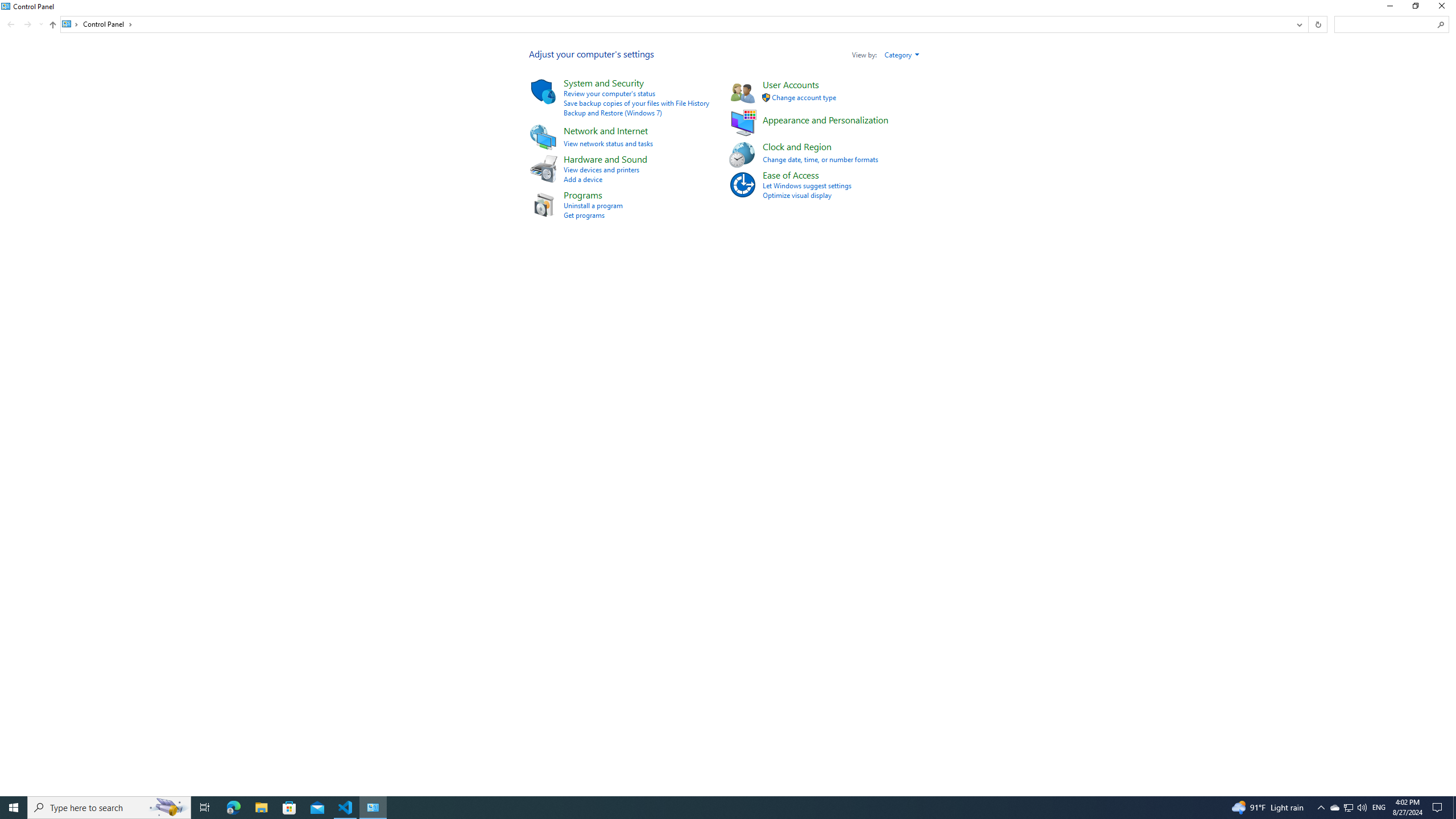  I want to click on 'Optimize visual display', so click(797, 195).